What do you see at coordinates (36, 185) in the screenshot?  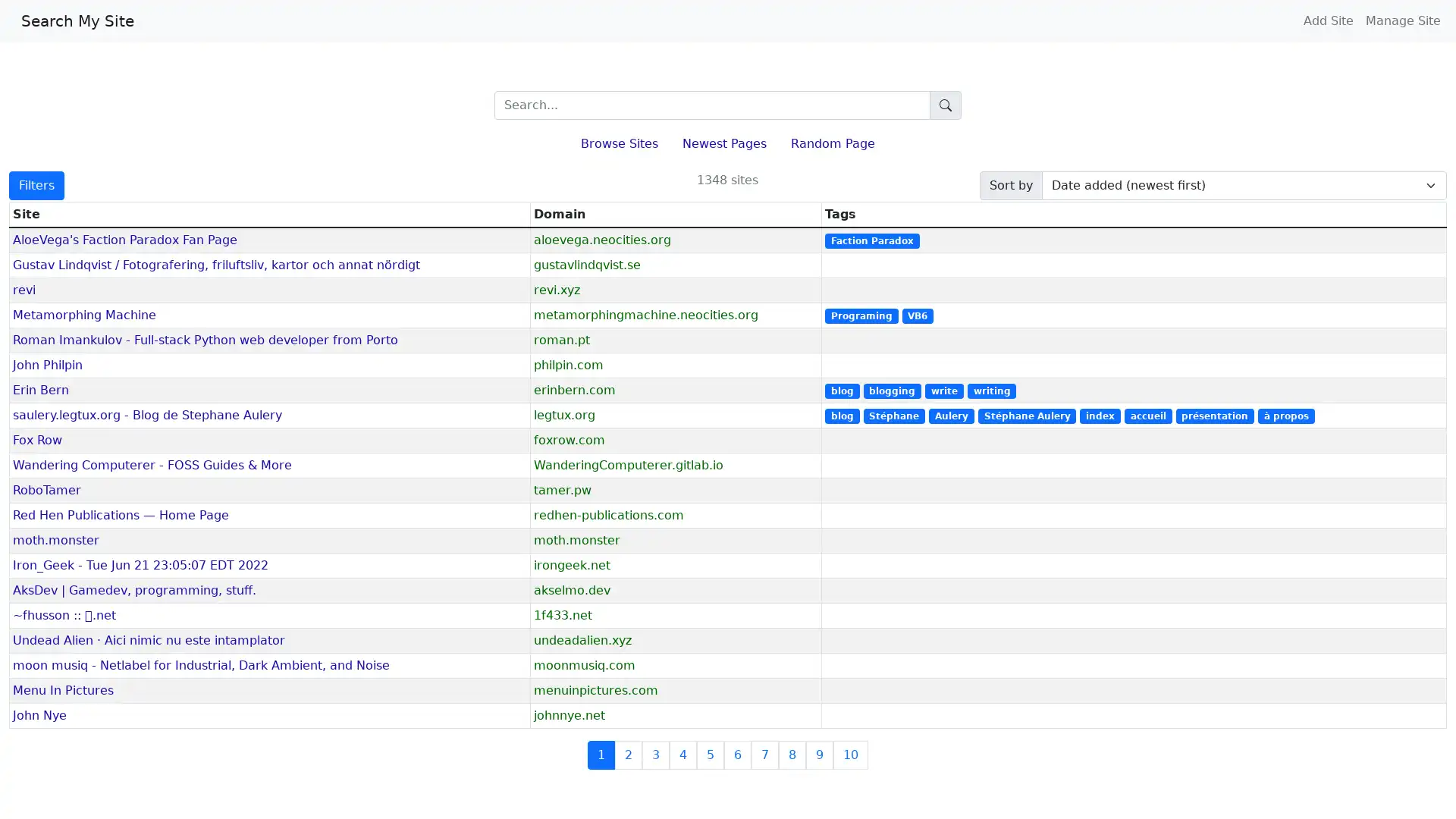 I see `Filters` at bounding box center [36, 185].